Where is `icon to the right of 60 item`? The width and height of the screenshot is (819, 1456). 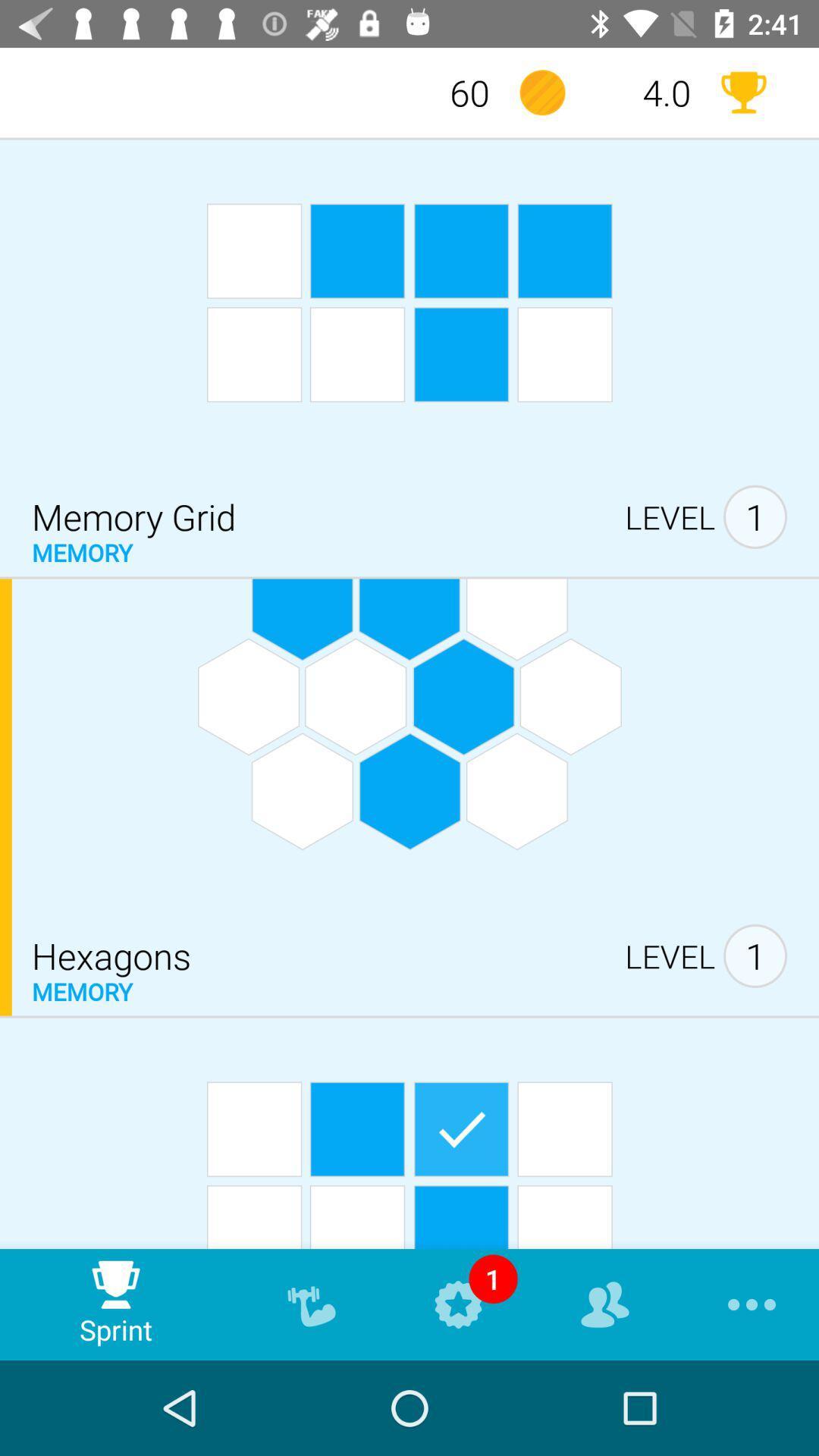 icon to the right of 60 item is located at coordinates (541, 92).